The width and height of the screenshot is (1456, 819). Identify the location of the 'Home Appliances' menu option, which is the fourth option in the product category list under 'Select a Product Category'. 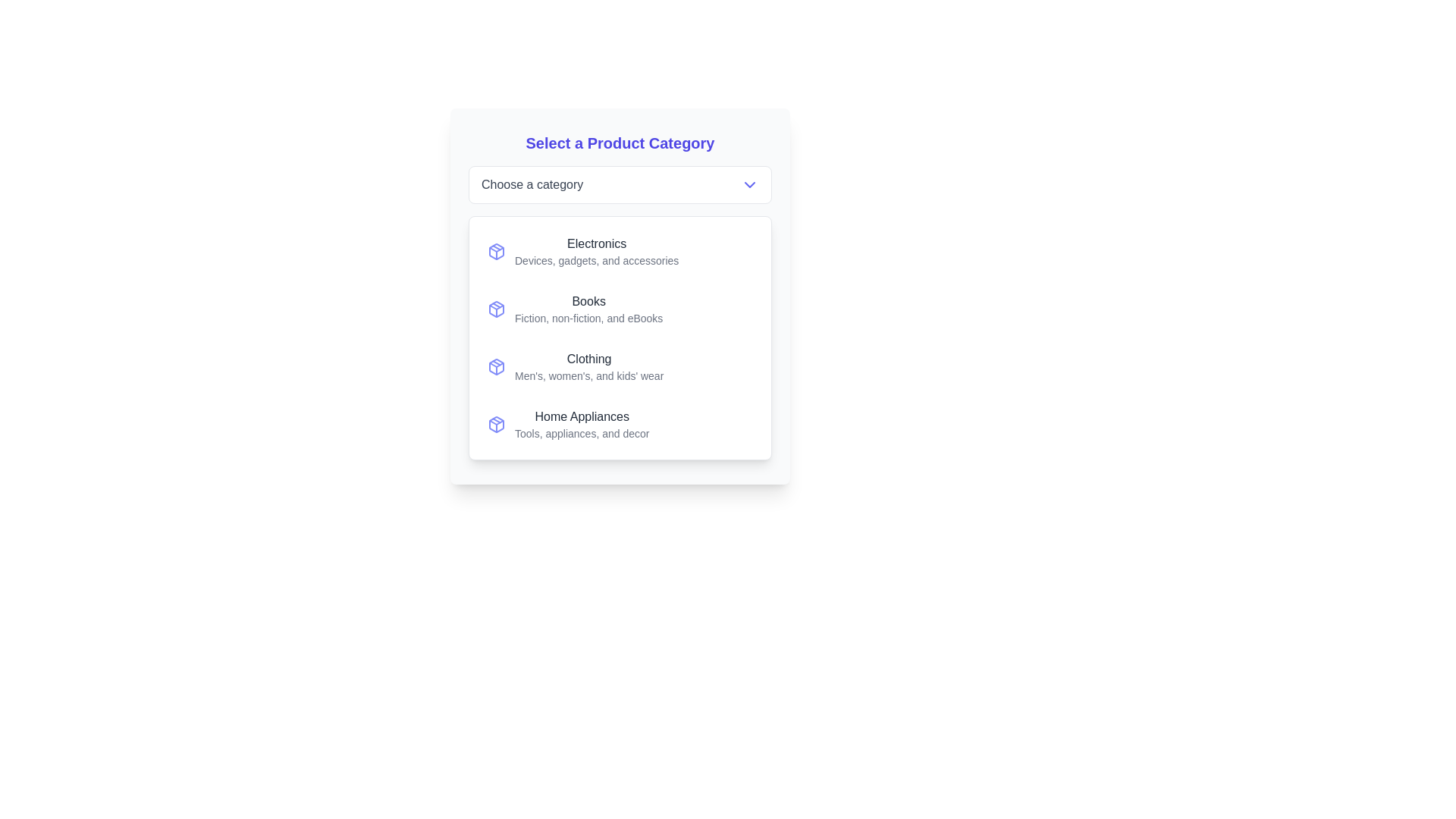
(581, 424).